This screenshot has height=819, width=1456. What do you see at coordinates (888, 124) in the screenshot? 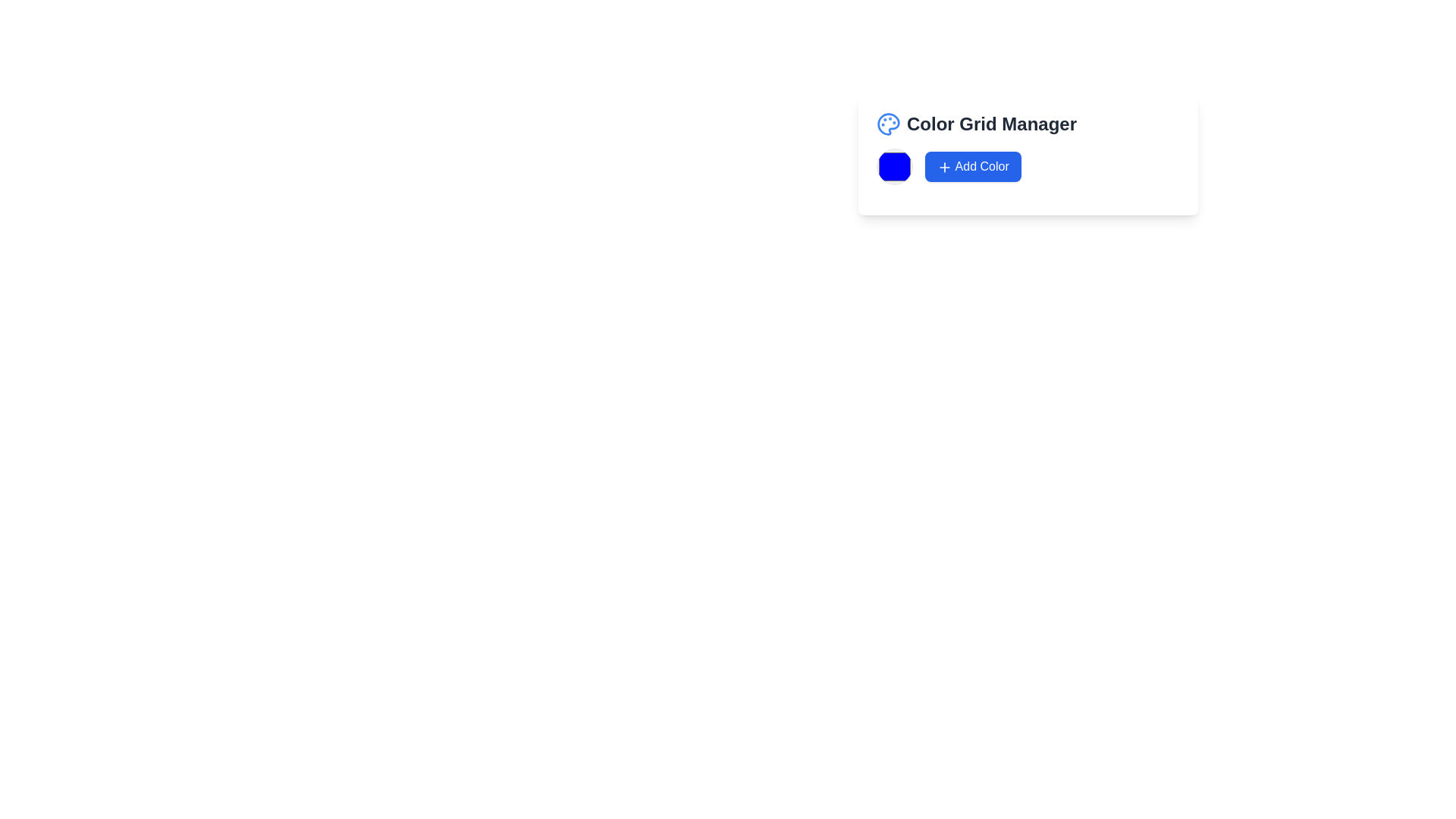
I see `the palette icon representing the 'Color Grid Manager' functionality, located to the left of the 'Color Grid Manager' text` at bounding box center [888, 124].